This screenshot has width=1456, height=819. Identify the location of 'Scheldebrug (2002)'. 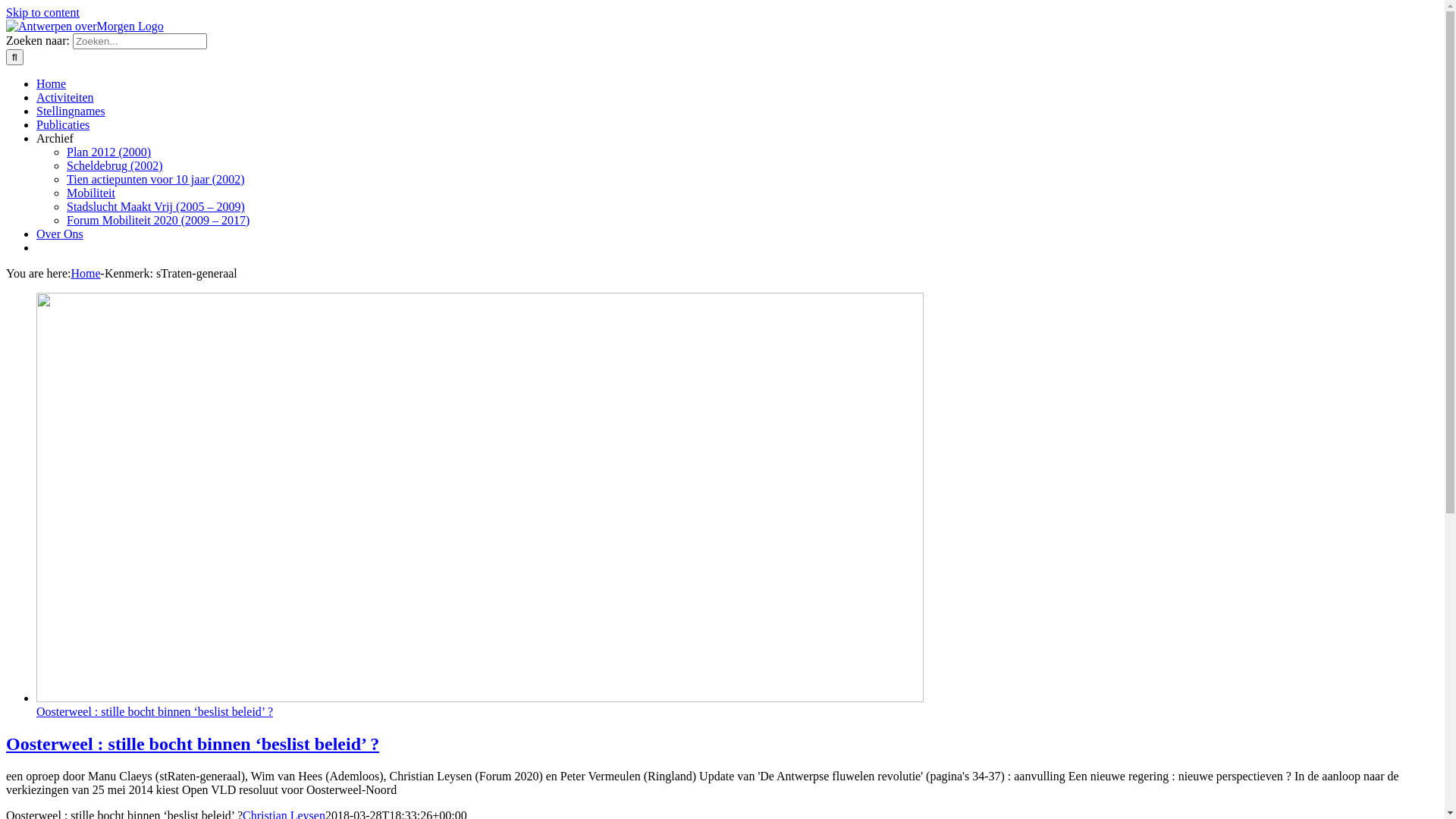
(114, 165).